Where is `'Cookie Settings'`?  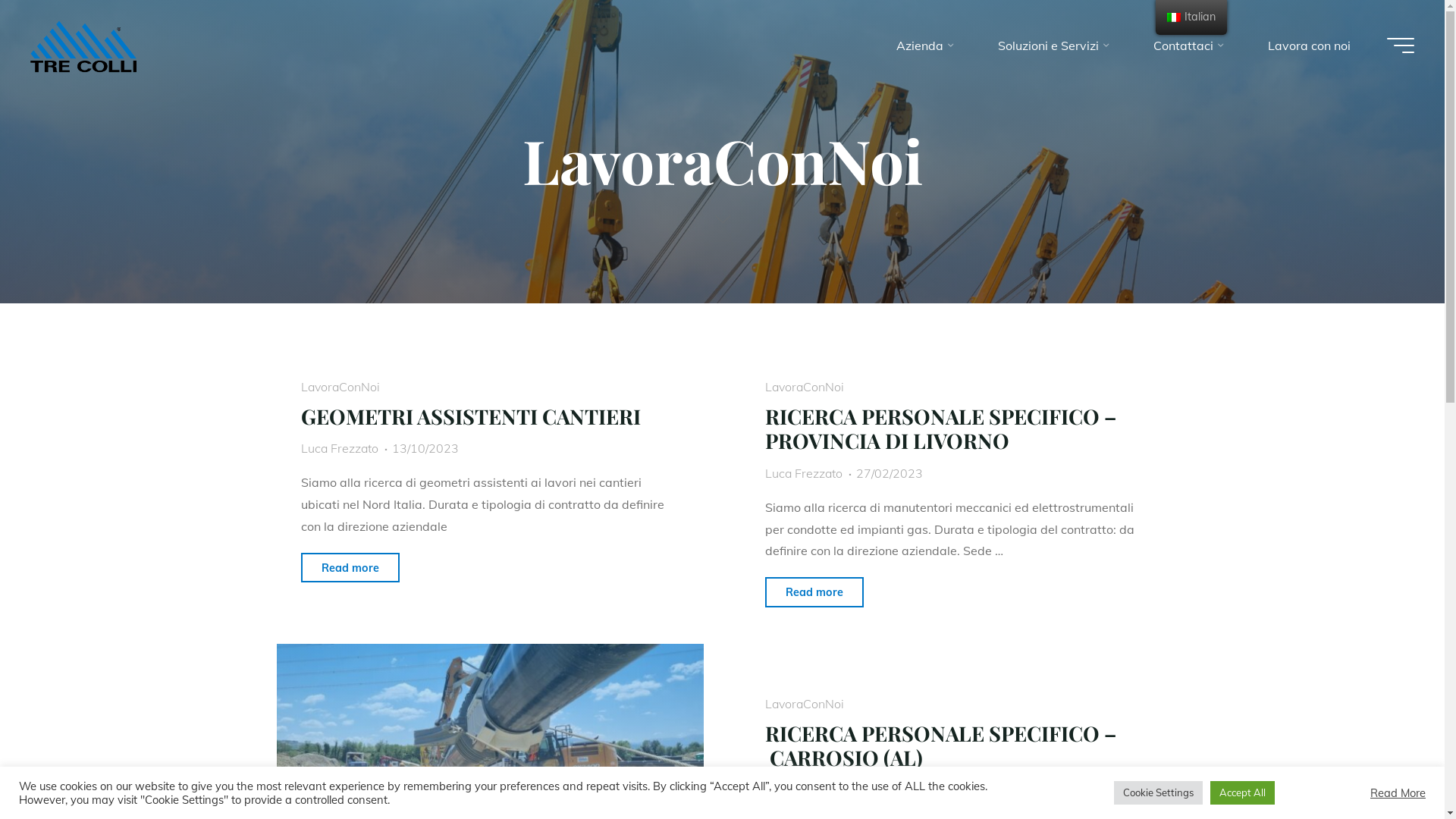
'Cookie Settings' is located at coordinates (1157, 792).